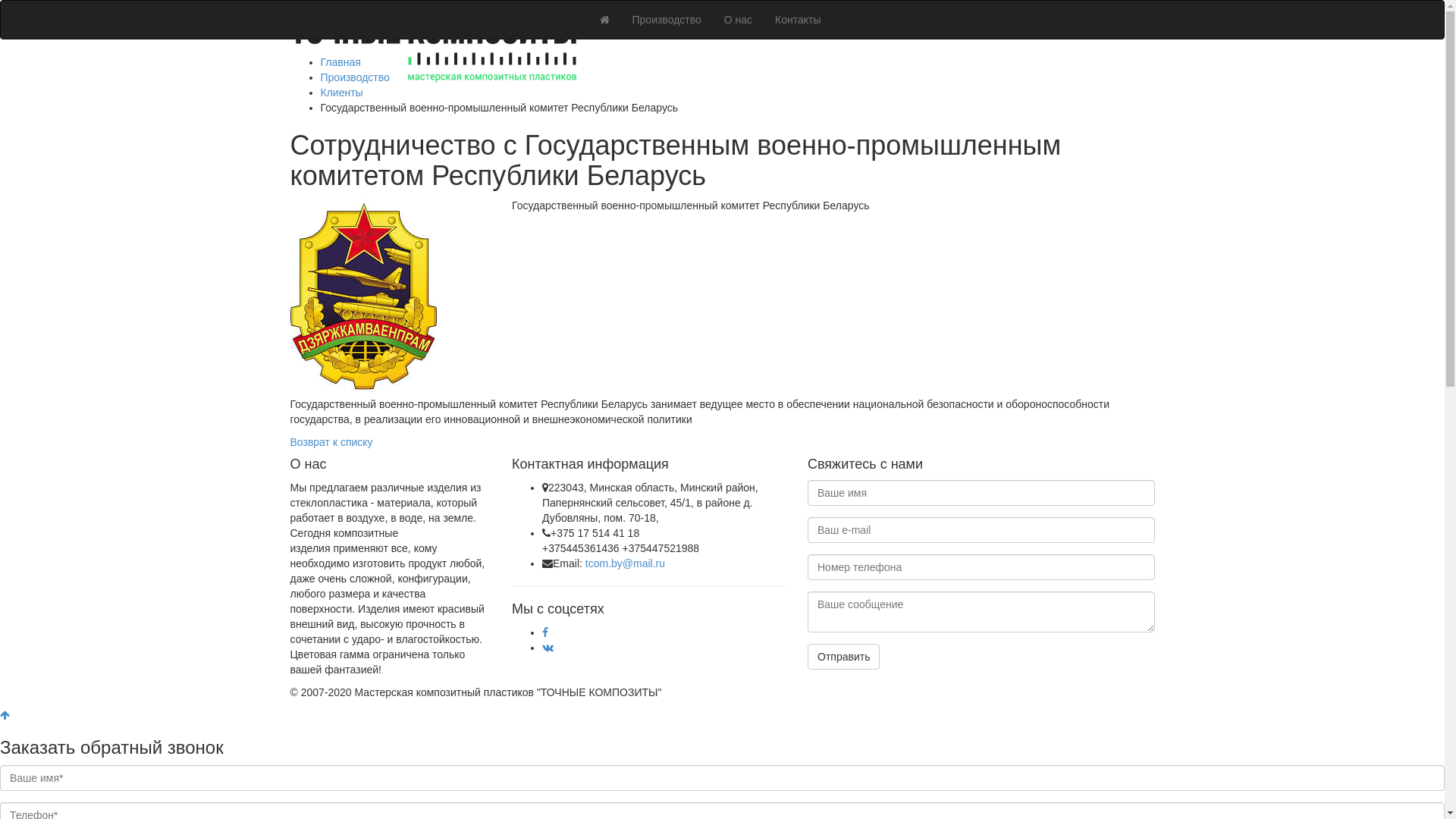 This screenshot has width=1456, height=819. What do you see at coordinates (625, 563) in the screenshot?
I see `'tcom.by@mail.ru'` at bounding box center [625, 563].